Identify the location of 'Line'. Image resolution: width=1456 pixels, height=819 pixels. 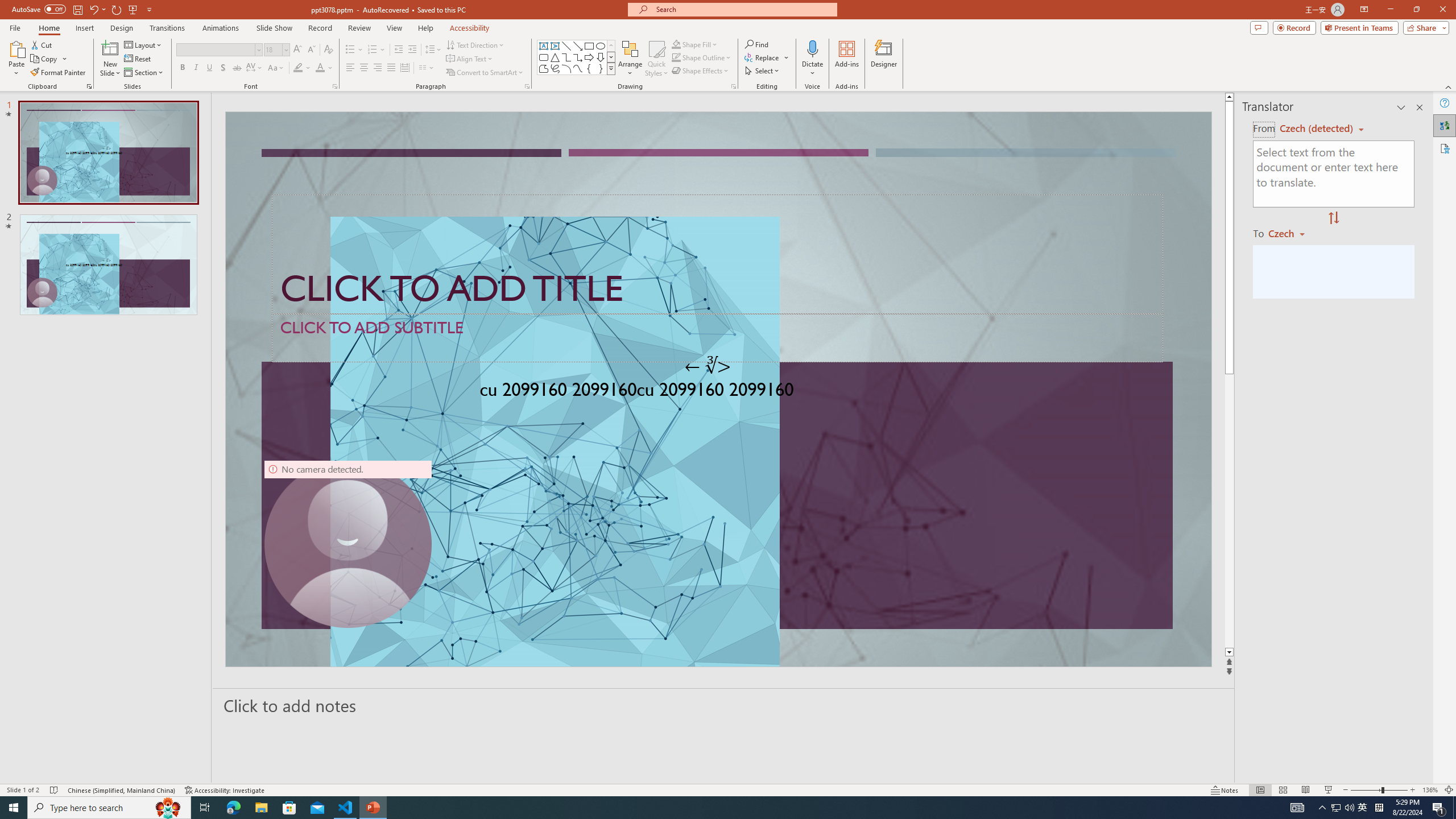
(565, 45).